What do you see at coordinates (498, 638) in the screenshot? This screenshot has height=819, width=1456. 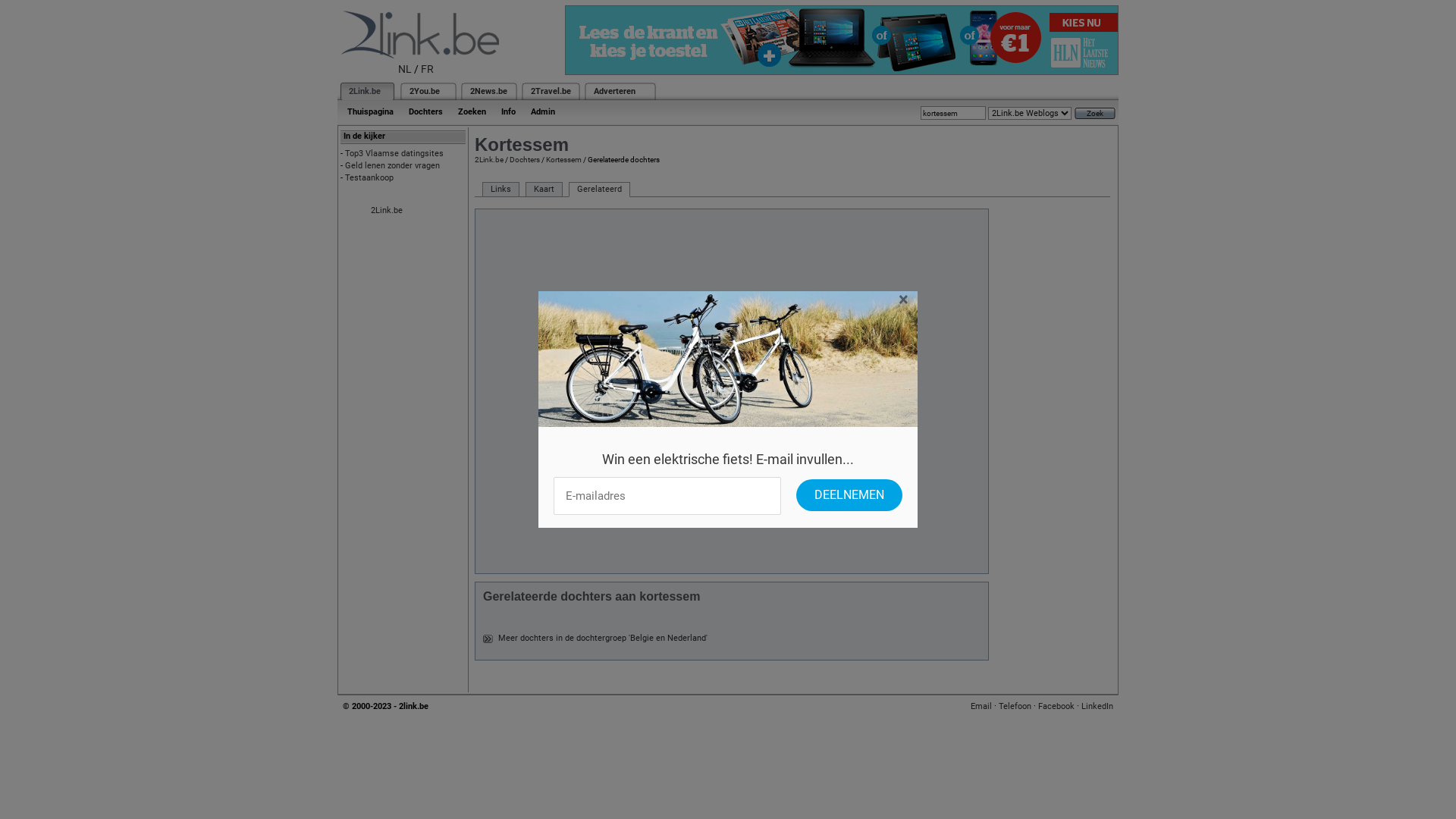 I see `'Meer dochters in de dochtergroep 'Belgie en Nederland''` at bounding box center [498, 638].